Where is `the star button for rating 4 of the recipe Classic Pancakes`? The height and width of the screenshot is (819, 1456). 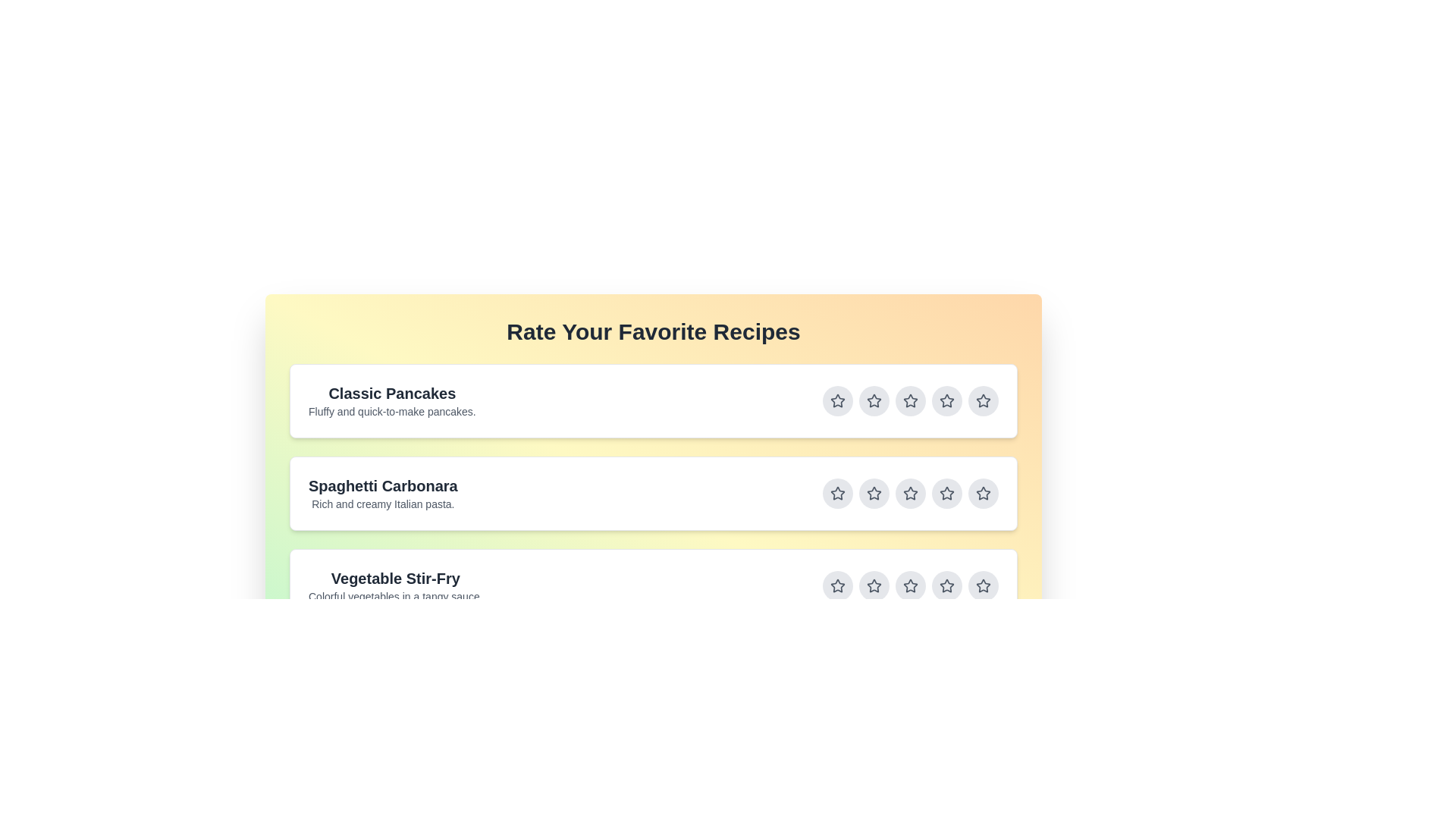
the star button for rating 4 of the recipe Classic Pancakes is located at coordinates (946, 400).